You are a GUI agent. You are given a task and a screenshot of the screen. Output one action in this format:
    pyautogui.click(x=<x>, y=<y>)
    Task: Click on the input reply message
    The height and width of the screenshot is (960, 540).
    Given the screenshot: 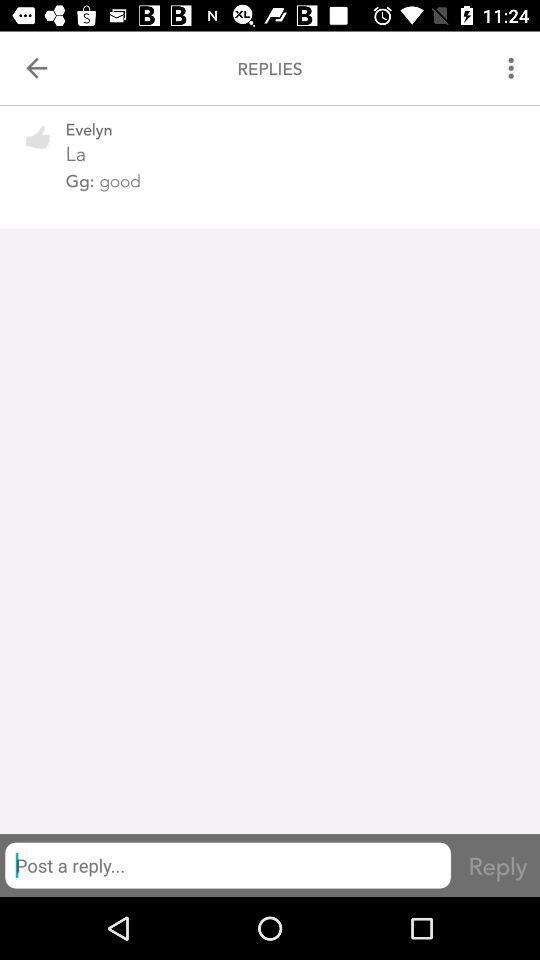 What is the action you would take?
    pyautogui.click(x=226, y=864)
    